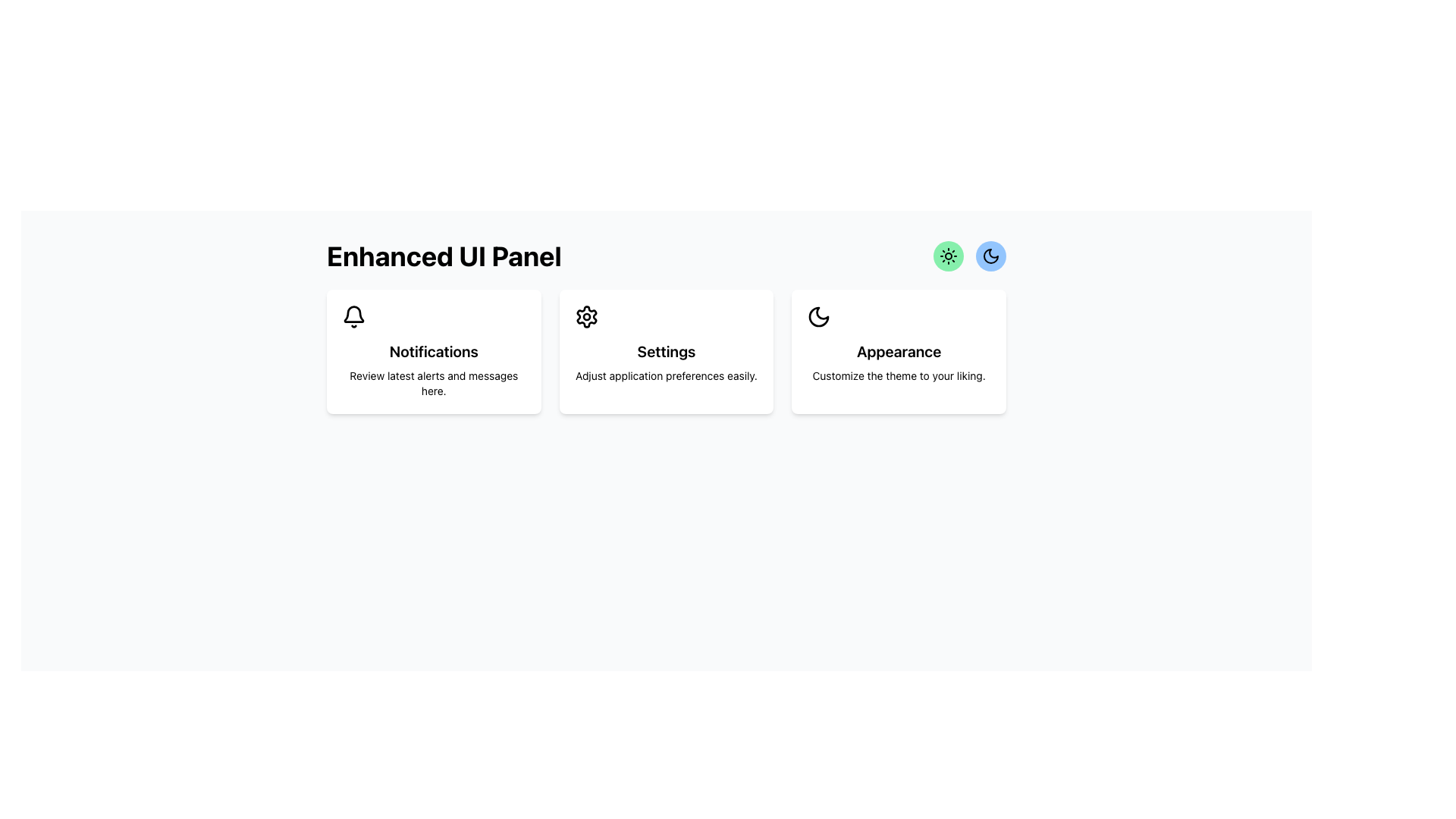  Describe the element at coordinates (899, 375) in the screenshot. I see `the text label that provides a supportive description for the 'Appearance' section, located below the title 'Appearance' in the right-side grid layout` at that location.